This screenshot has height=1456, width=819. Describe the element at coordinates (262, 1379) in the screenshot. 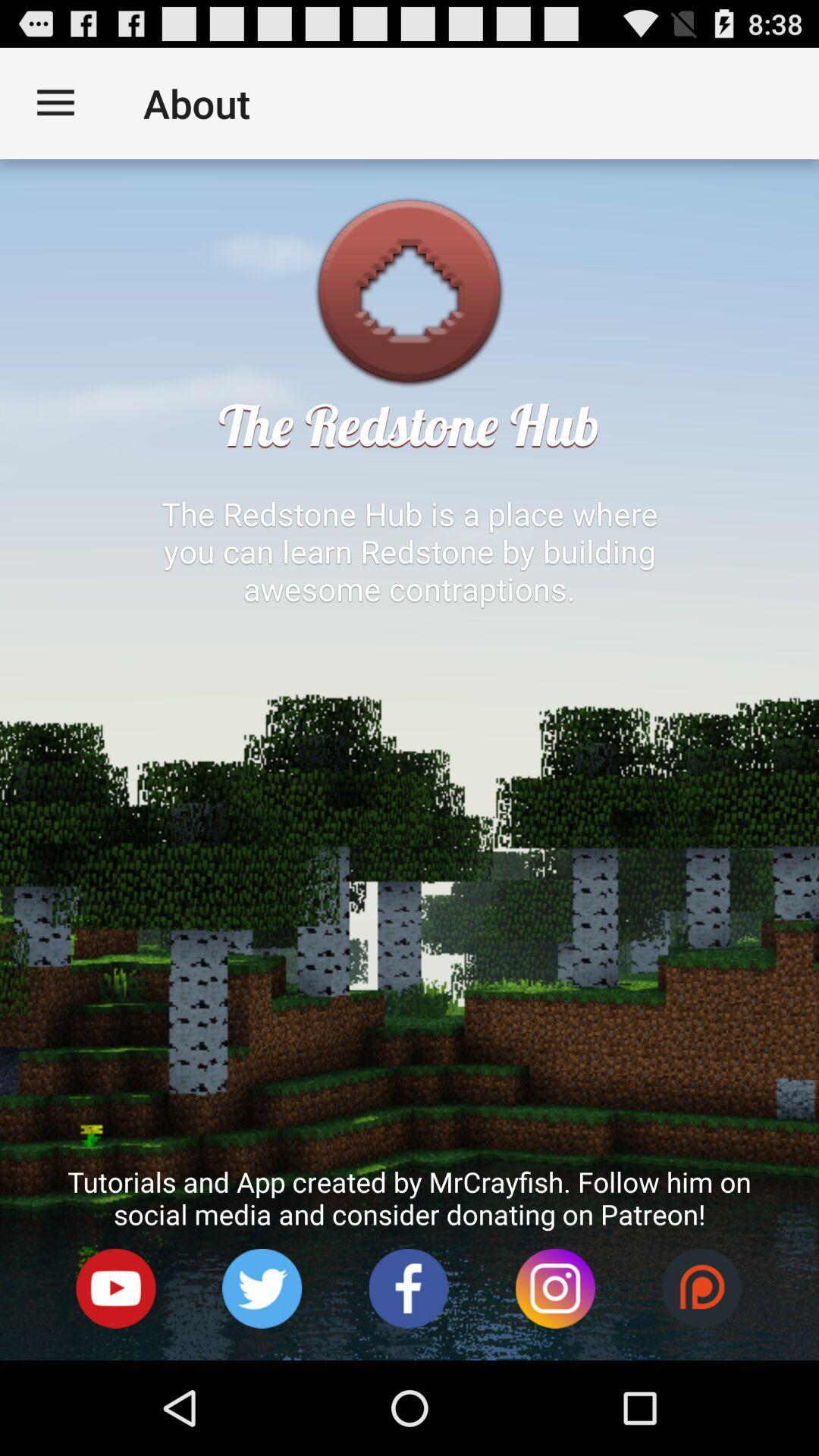

I see `the avatar icon` at that location.